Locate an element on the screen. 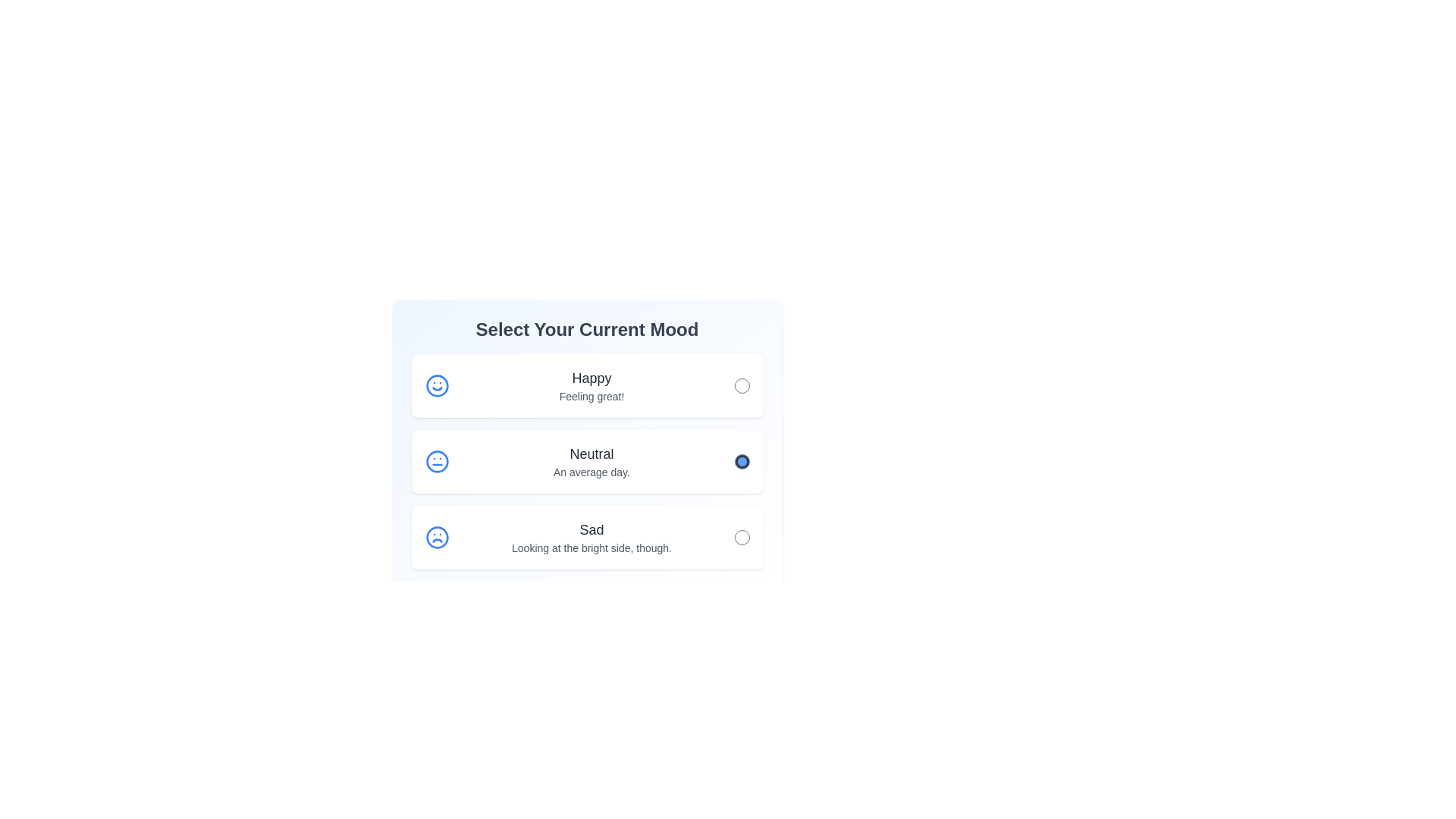 The image size is (1456, 819). the text label providing additional information about the mood option titled 'Neutral', located immediately below the main text 'Neutral' within the mood options list is located at coordinates (591, 472).